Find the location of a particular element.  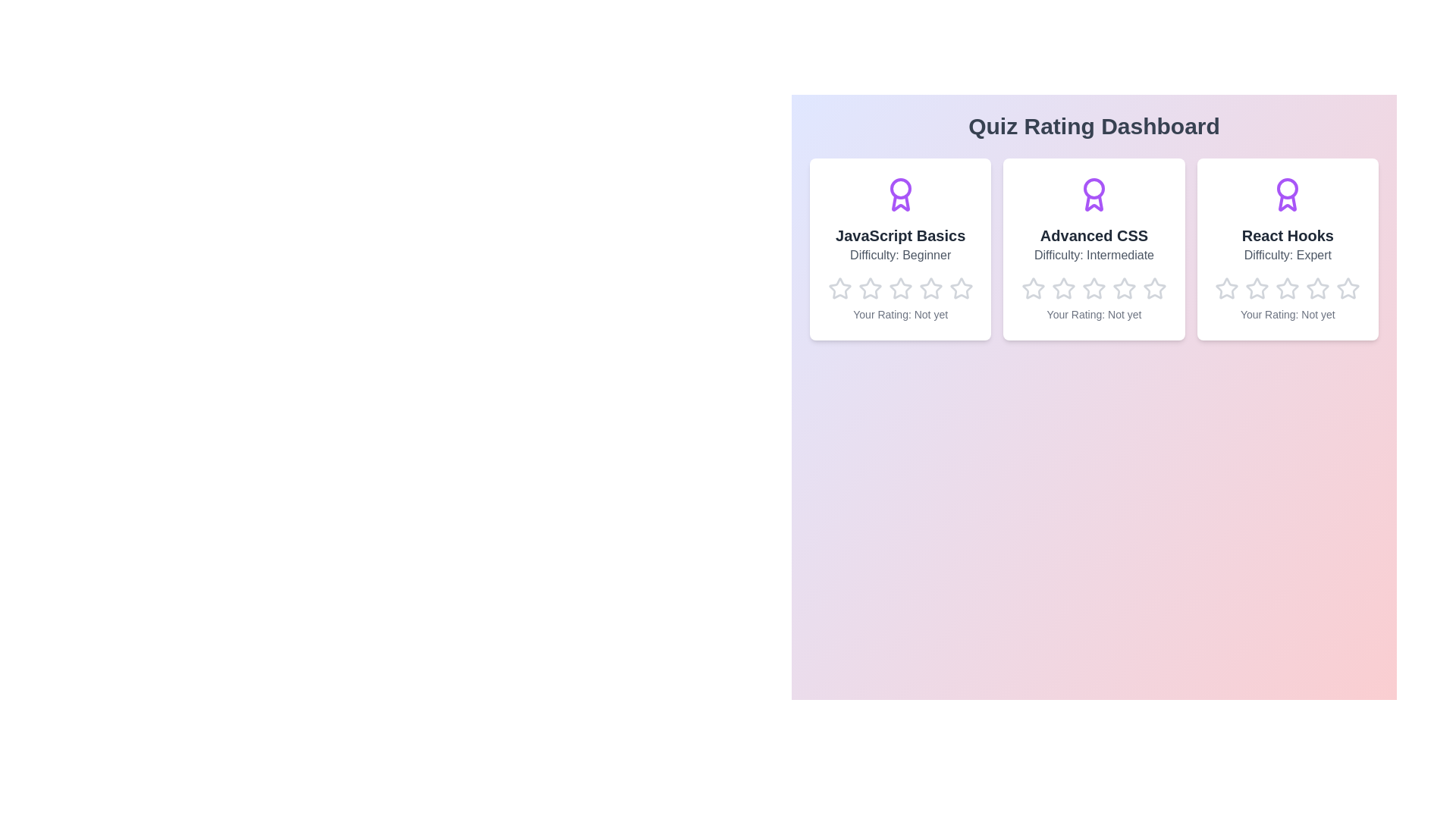

the star corresponding to the rating 2 for the quiz React Hooks is located at coordinates (1245, 277).